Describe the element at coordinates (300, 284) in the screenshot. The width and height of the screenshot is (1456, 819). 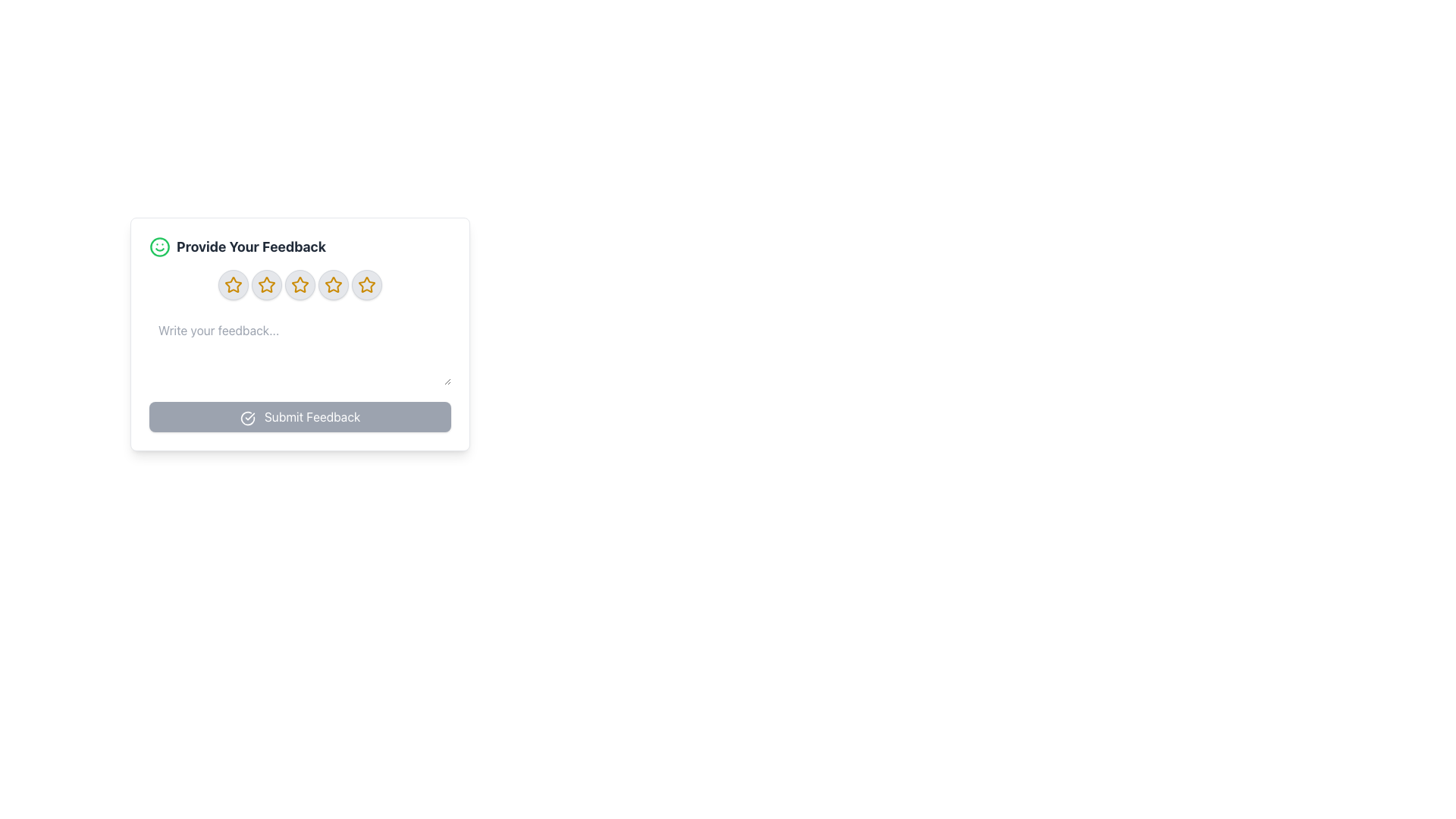
I see `the third rating icon in the horizontal arrangement of five circular rating icons under the title 'Provide Your Feedback'` at that location.